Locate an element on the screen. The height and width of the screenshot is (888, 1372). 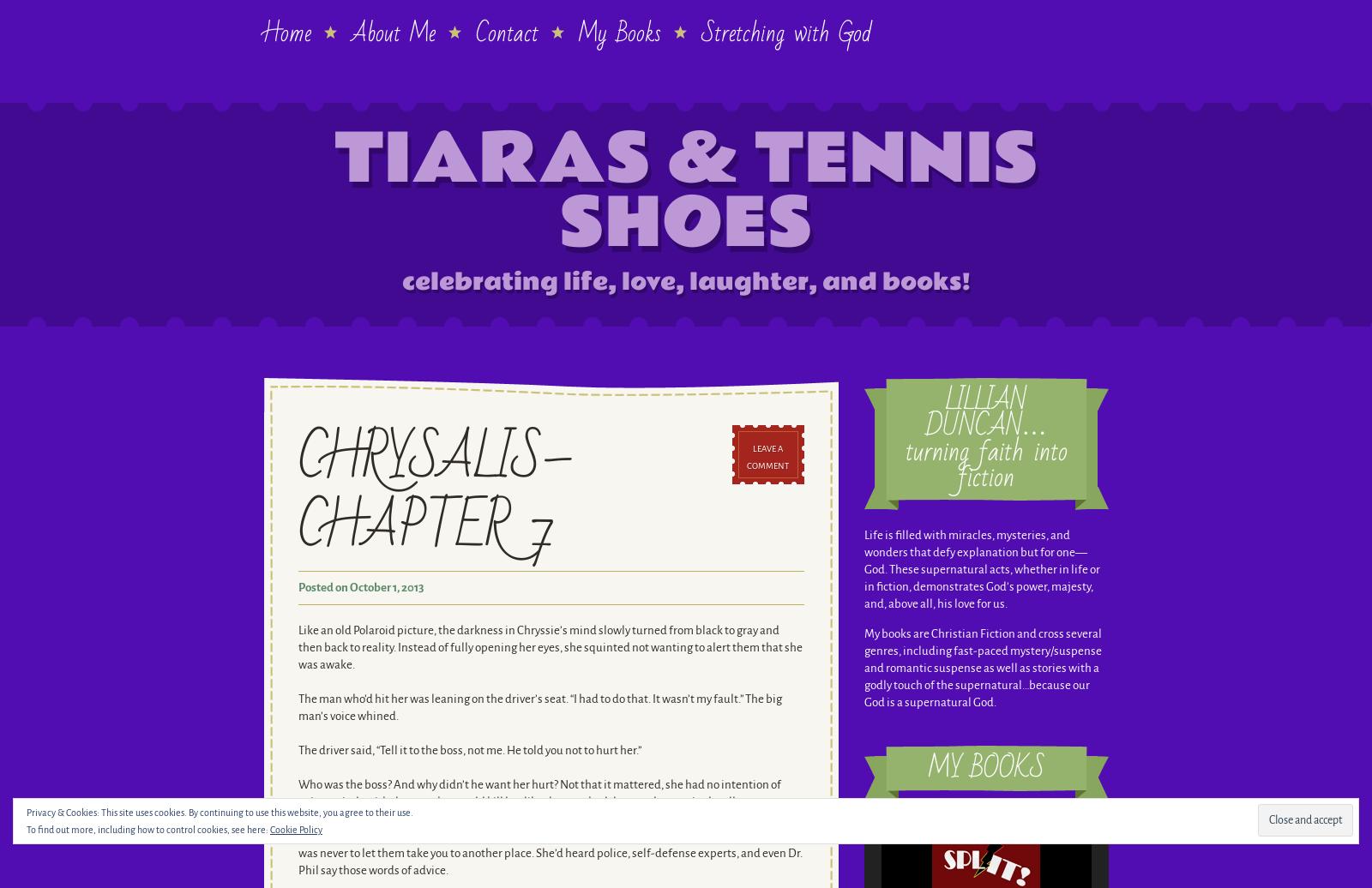
'LILLIAN DUNCAN… turning faith into fiction' is located at coordinates (985, 439).